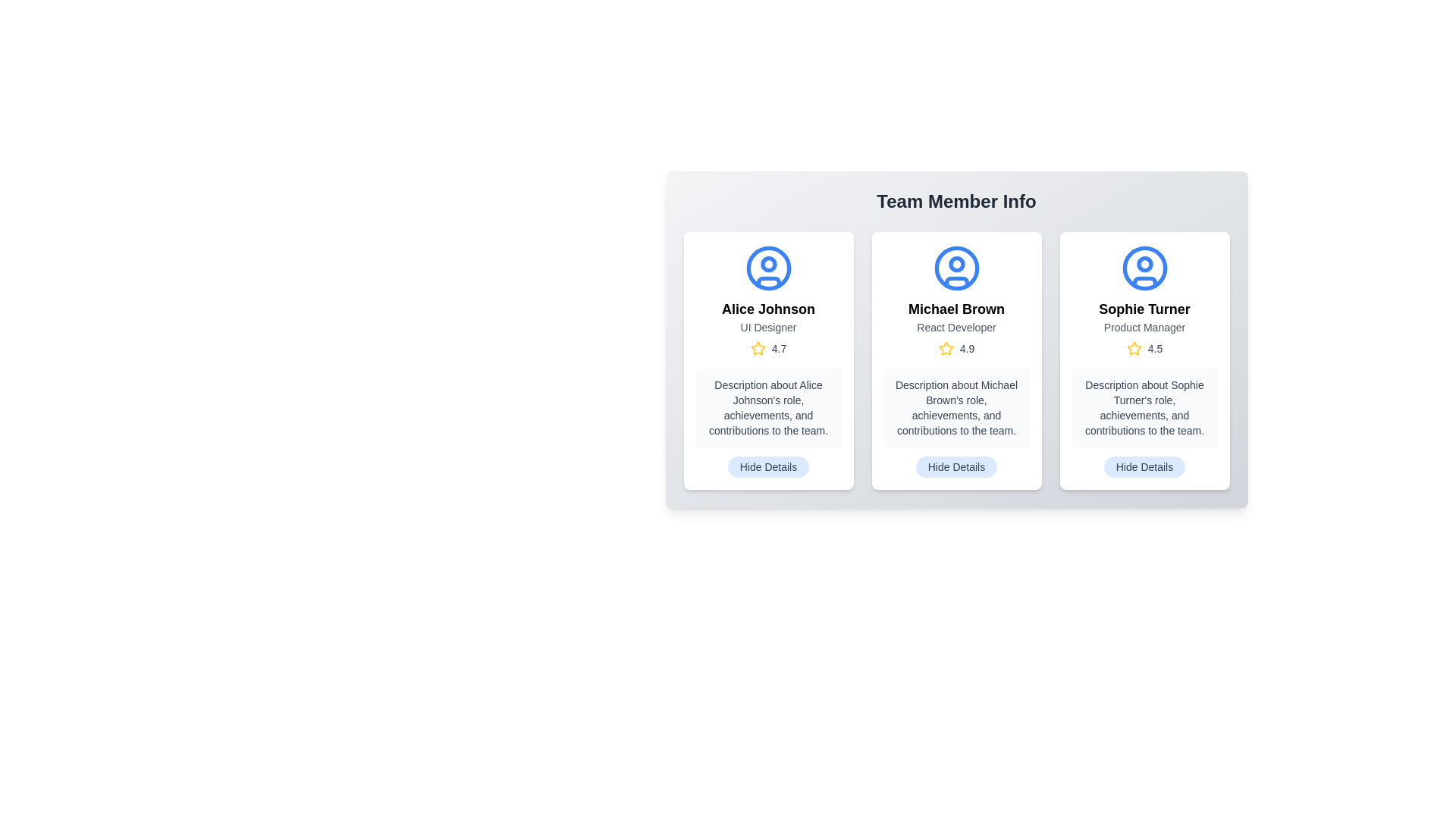 This screenshot has width=1456, height=819. Describe the element at coordinates (1144, 327) in the screenshot. I see `the text label describing the role or title of 'Sophie Turner' within the team, located in the third column of the 'Team Member Info' grid, positioned below her name and above the rating section` at that location.